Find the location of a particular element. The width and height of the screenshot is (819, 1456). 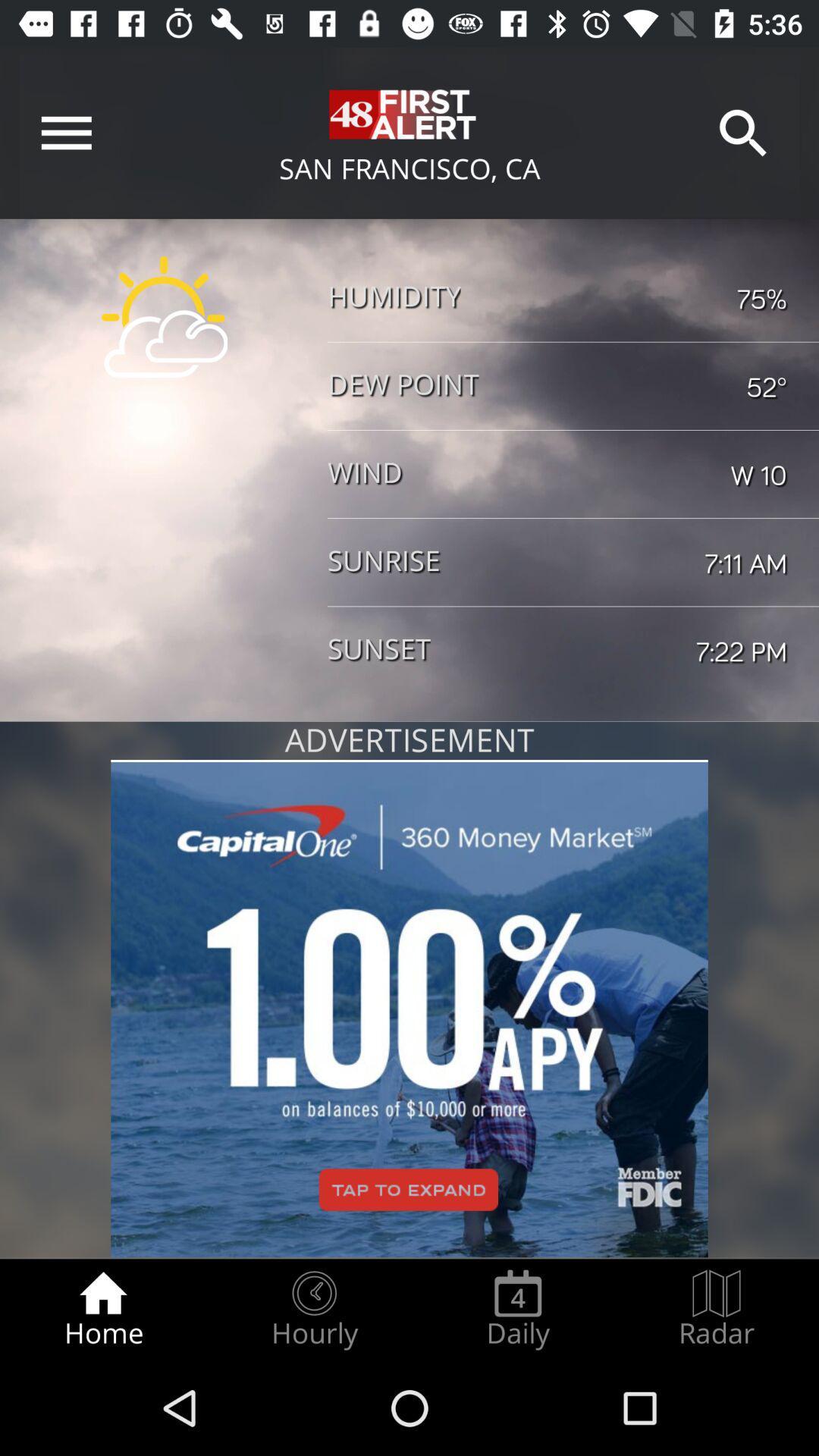

the daily radio button is located at coordinates (517, 1309).